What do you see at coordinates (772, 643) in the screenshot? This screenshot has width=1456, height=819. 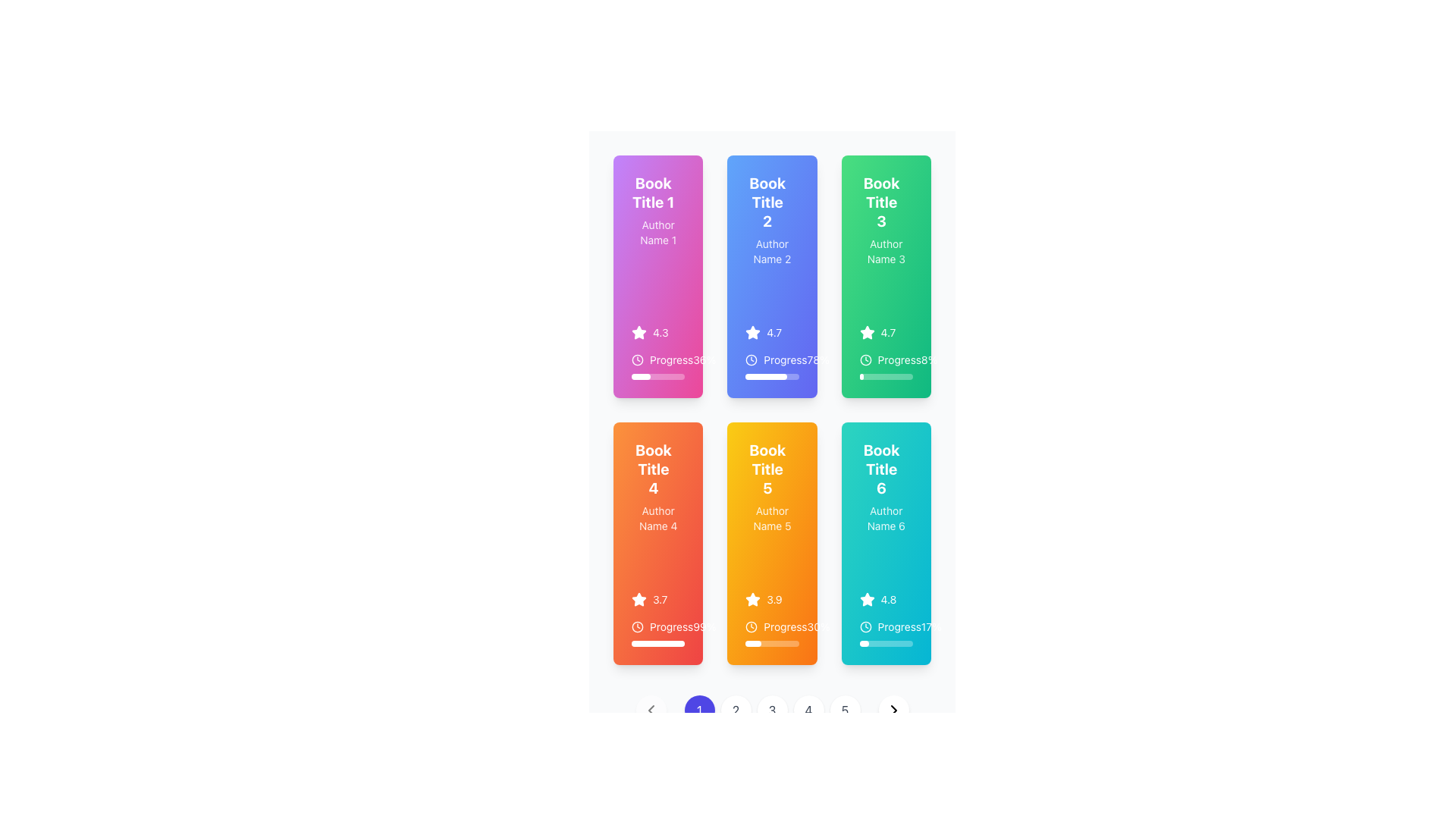 I see `the progress bar located within the fifth card in the grid, which has a white background with a translucent foreground and is situated below the text displaying 'Progress30%'` at bounding box center [772, 643].